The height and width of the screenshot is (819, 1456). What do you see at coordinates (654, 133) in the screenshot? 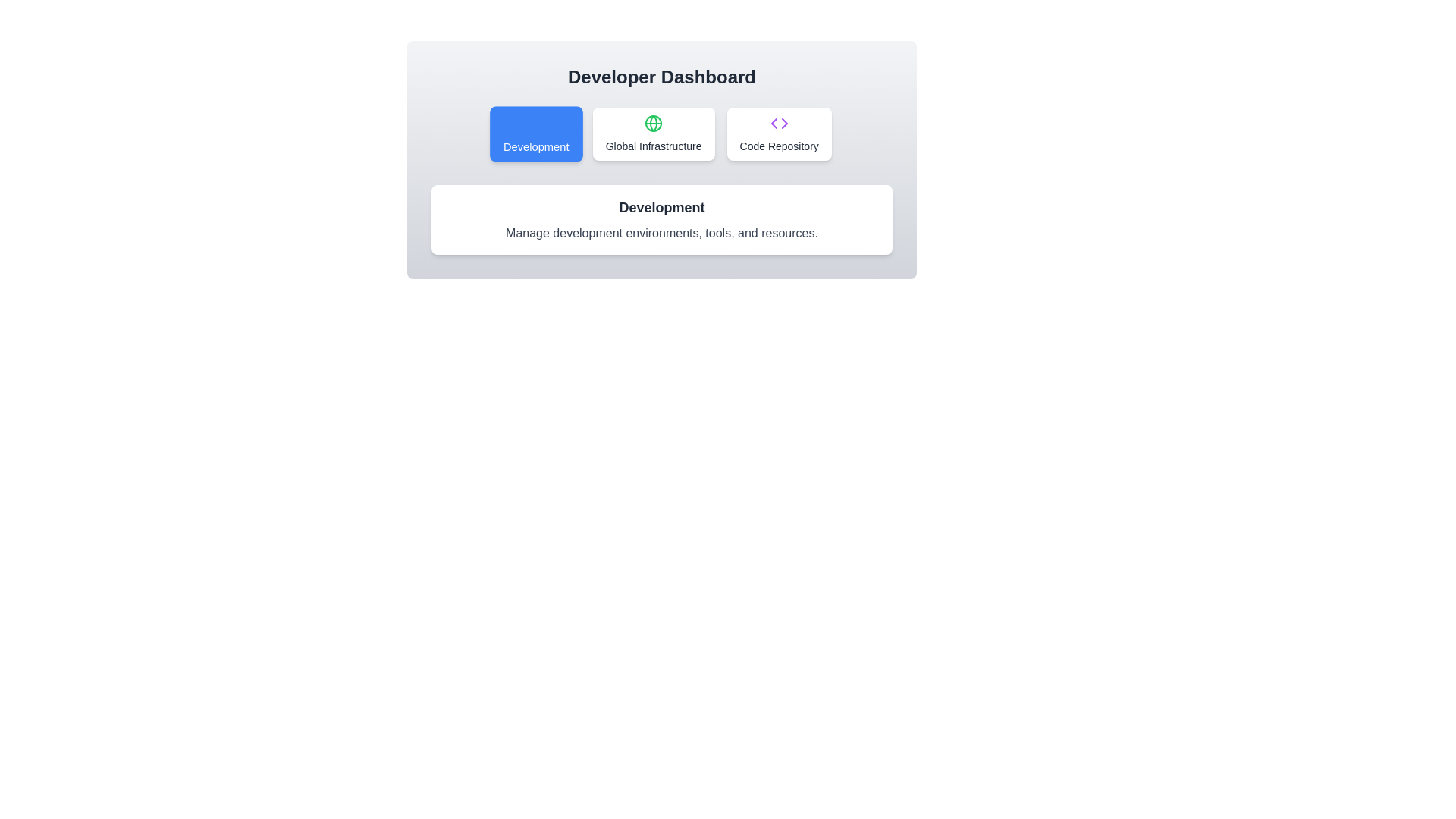
I see `the tab labeled Global Infrastructure to view its icon and content` at bounding box center [654, 133].